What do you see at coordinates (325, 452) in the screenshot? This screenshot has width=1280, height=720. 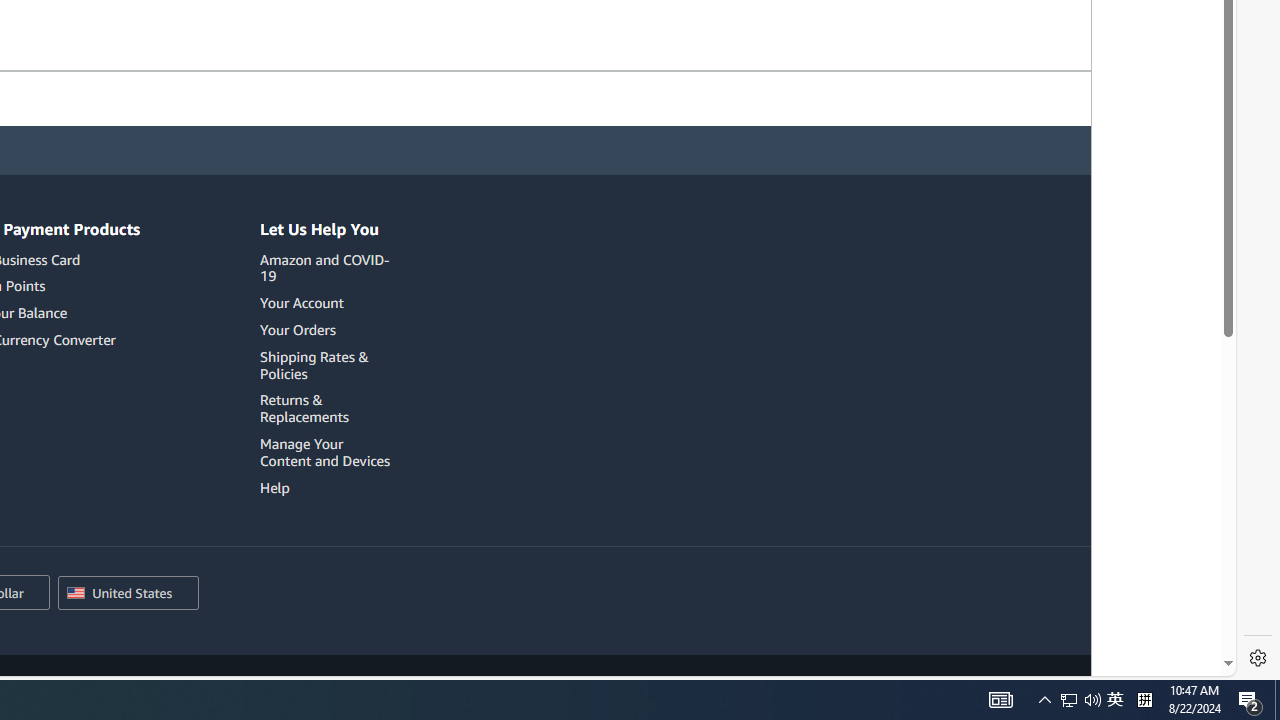 I see `'Manage Your Content and Devices'` at bounding box center [325, 452].